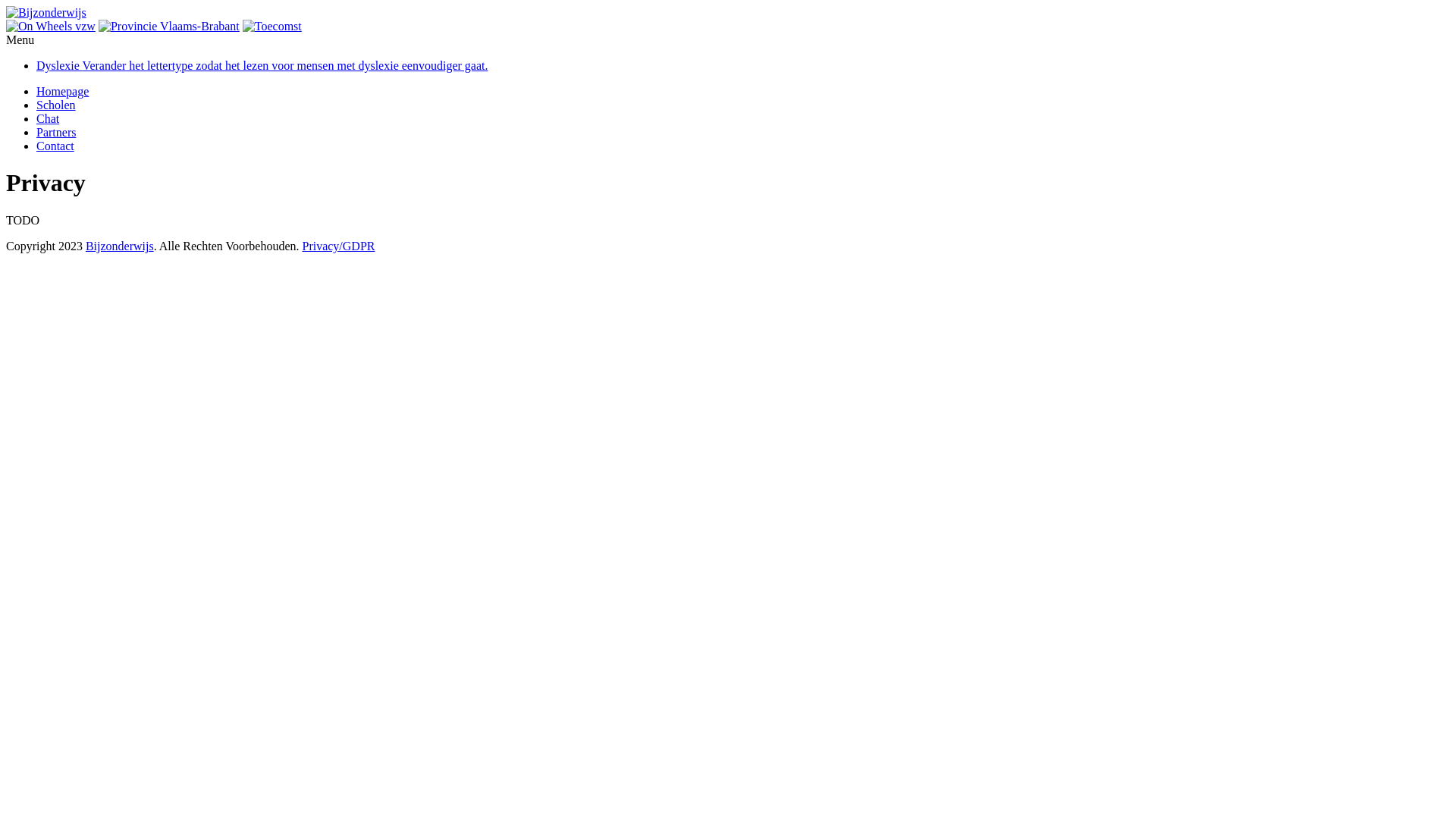 This screenshot has height=819, width=1456. What do you see at coordinates (55, 104) in the screenshot?
I see `'Scholen'` at bounding box center [55, 104].